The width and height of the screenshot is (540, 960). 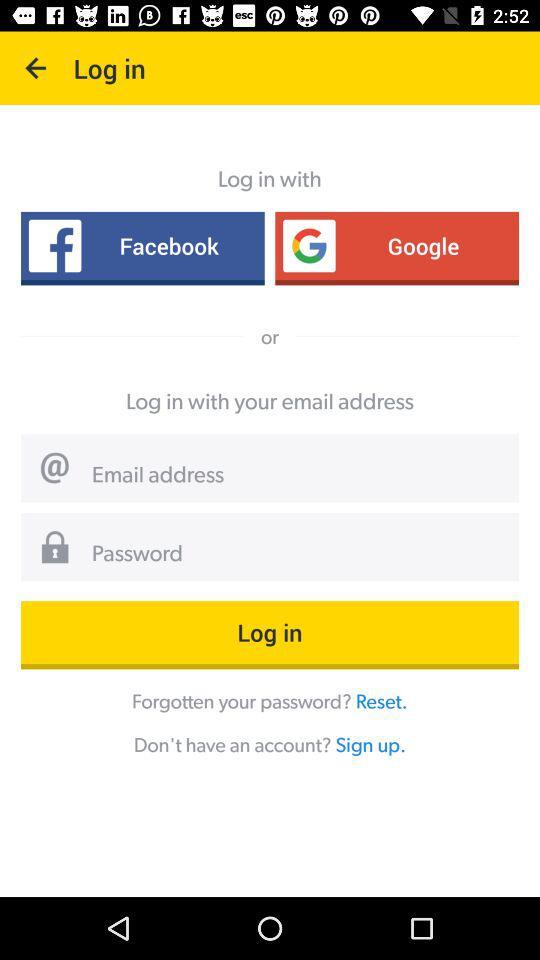 What do you see at coordinates (297, 475) in the screenshot?
I see `e-mail` at bounding box center [297, 475].